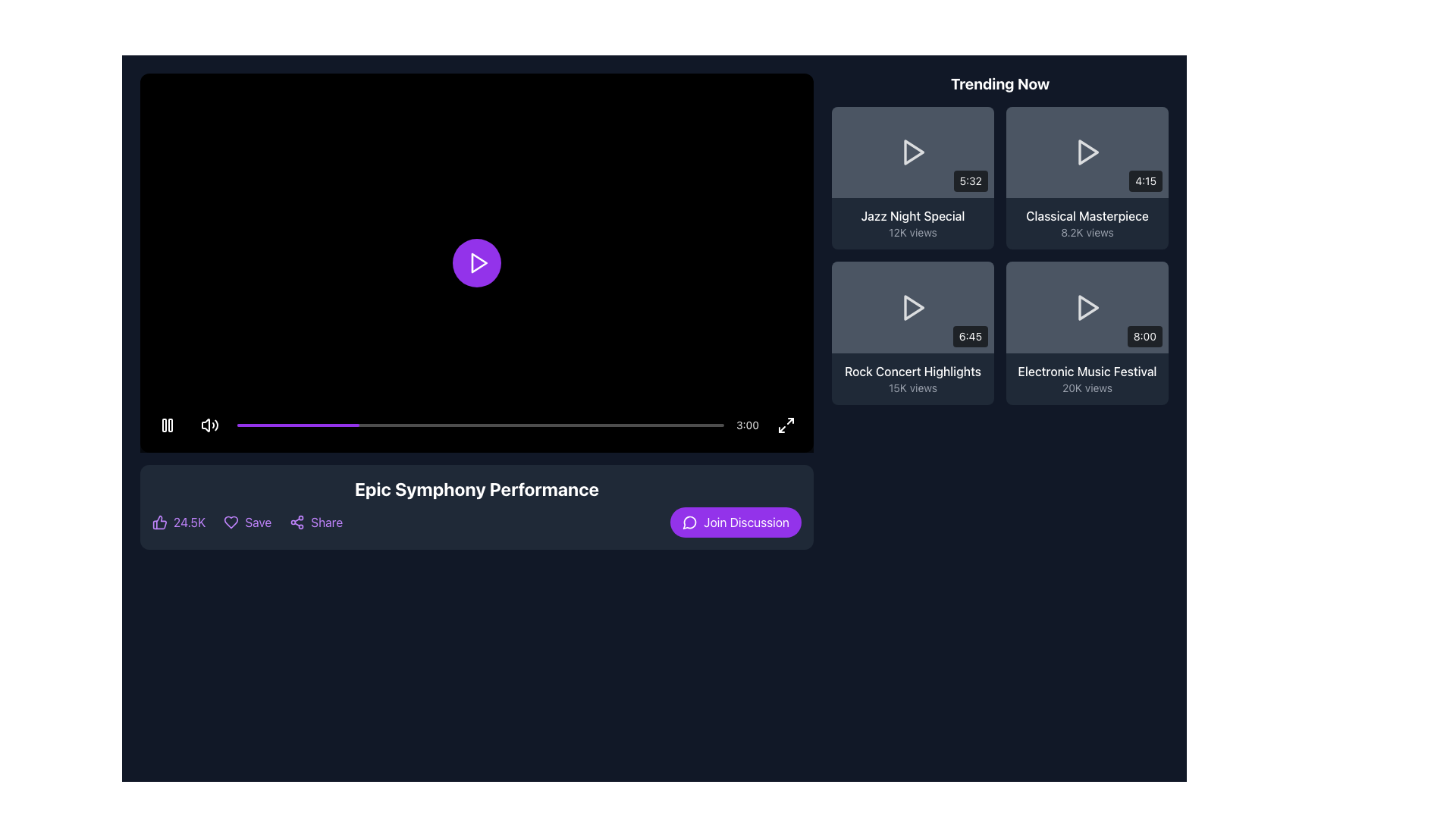 This screenshot has width=1456, height=819. What do you see at coordinates (912, 233) in the screenshot?
I see `the Text label that displays the view count information for the media item labeled 'Jazz Night Special' in the 'Trending Now' section` at bounding box center [912, 233].